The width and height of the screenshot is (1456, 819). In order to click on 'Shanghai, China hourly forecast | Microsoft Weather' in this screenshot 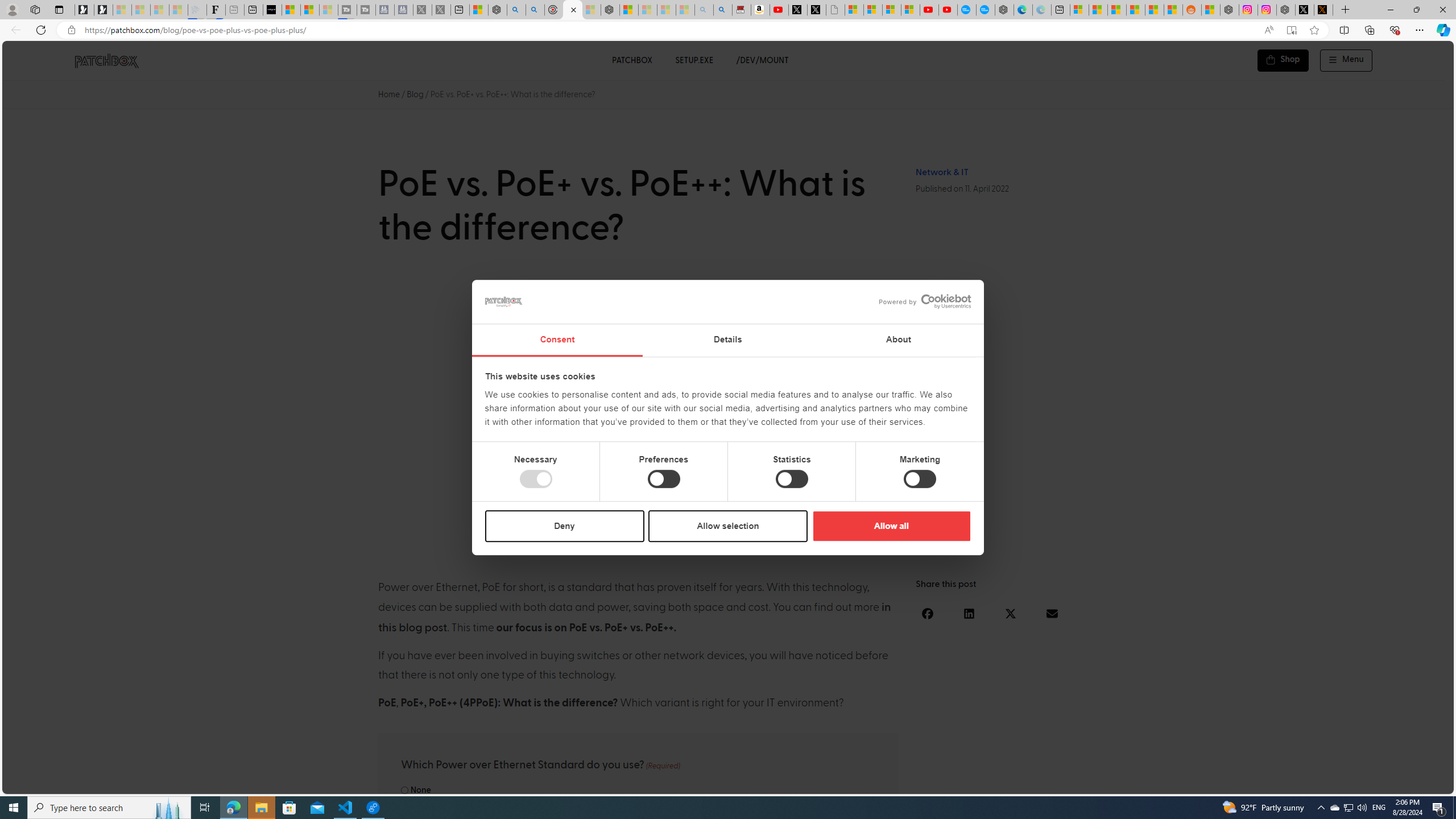, I will do `click(1116, 9)`.